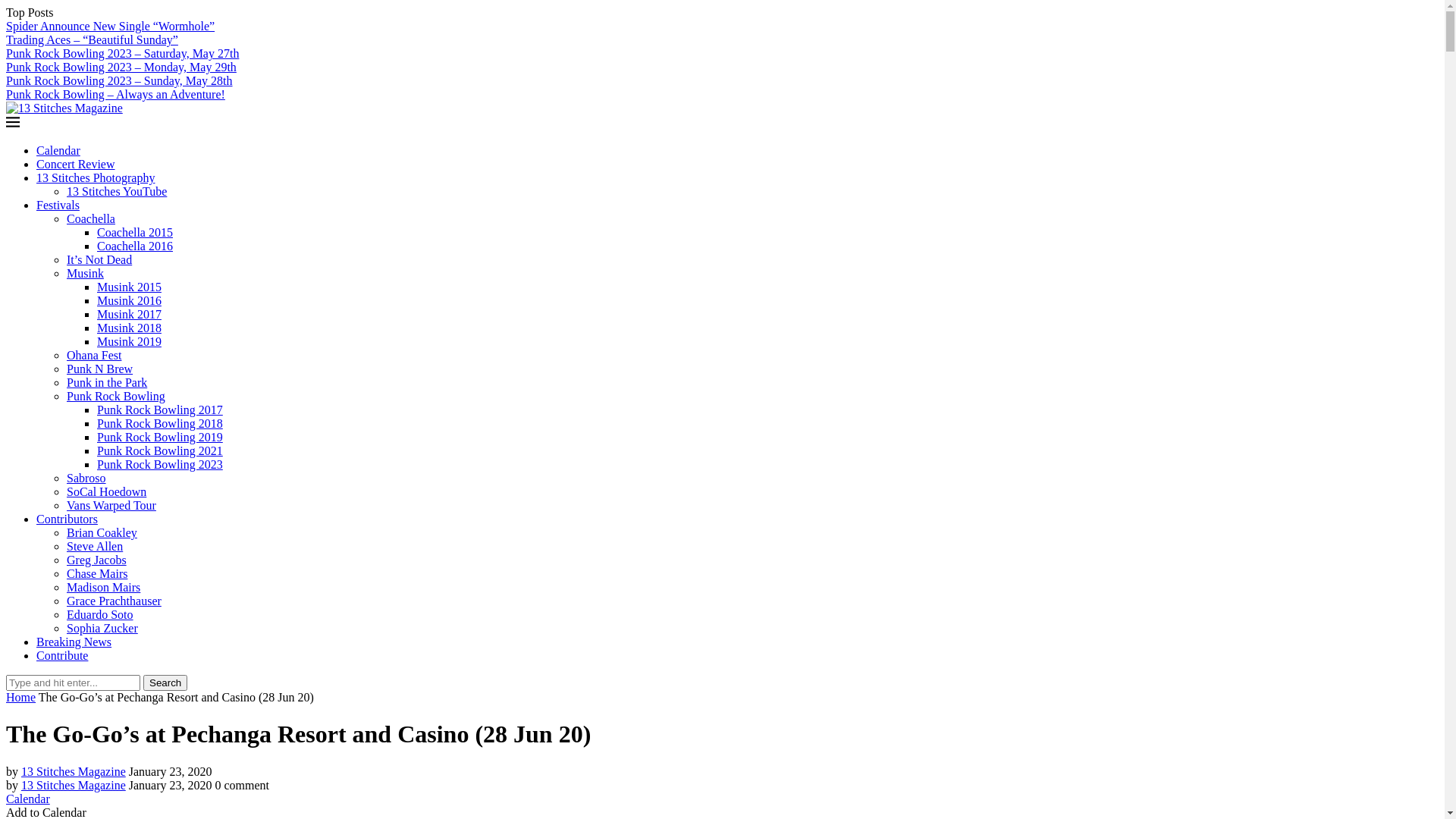 This screenshot has width=1456, height=819. I want to click on 'Musink 2018', so click(129, 327).